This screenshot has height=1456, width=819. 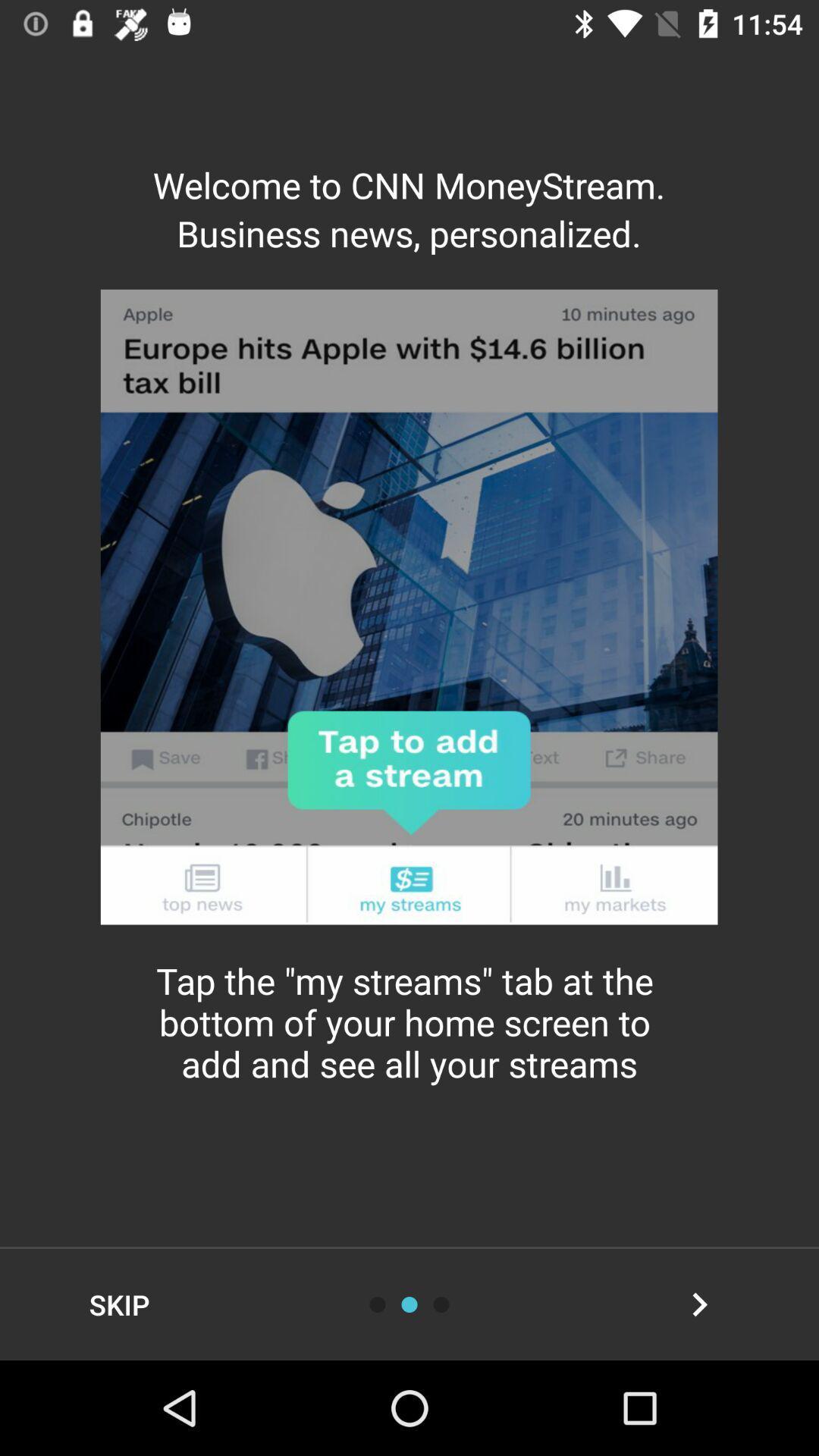 What do you see at coordinates (118, 1304) in the screenshot?
I see `skip icon` at bounding box center [118, 1304].